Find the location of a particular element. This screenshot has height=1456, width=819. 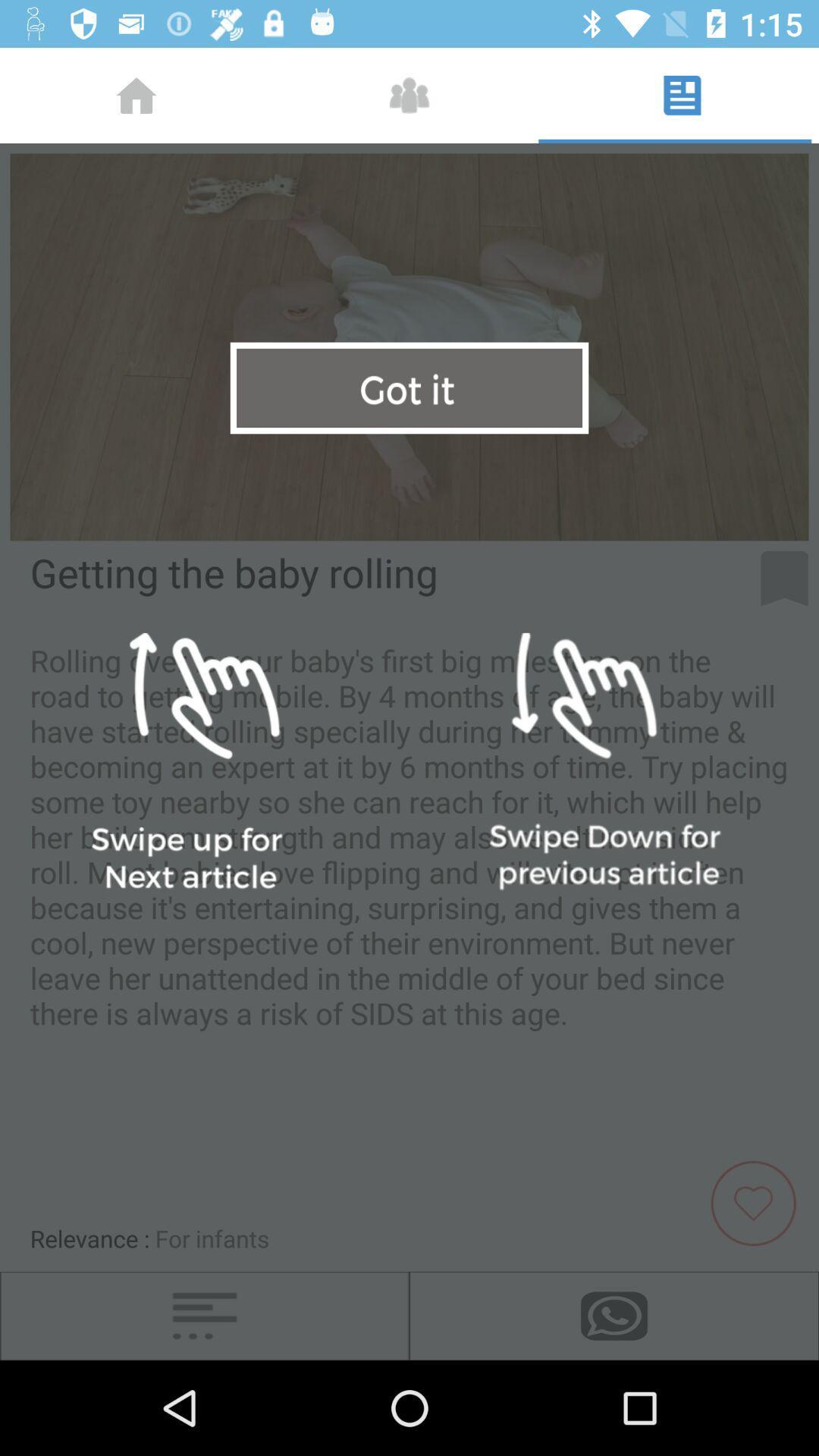

page as favorite is located at coordinates (759, 1201).